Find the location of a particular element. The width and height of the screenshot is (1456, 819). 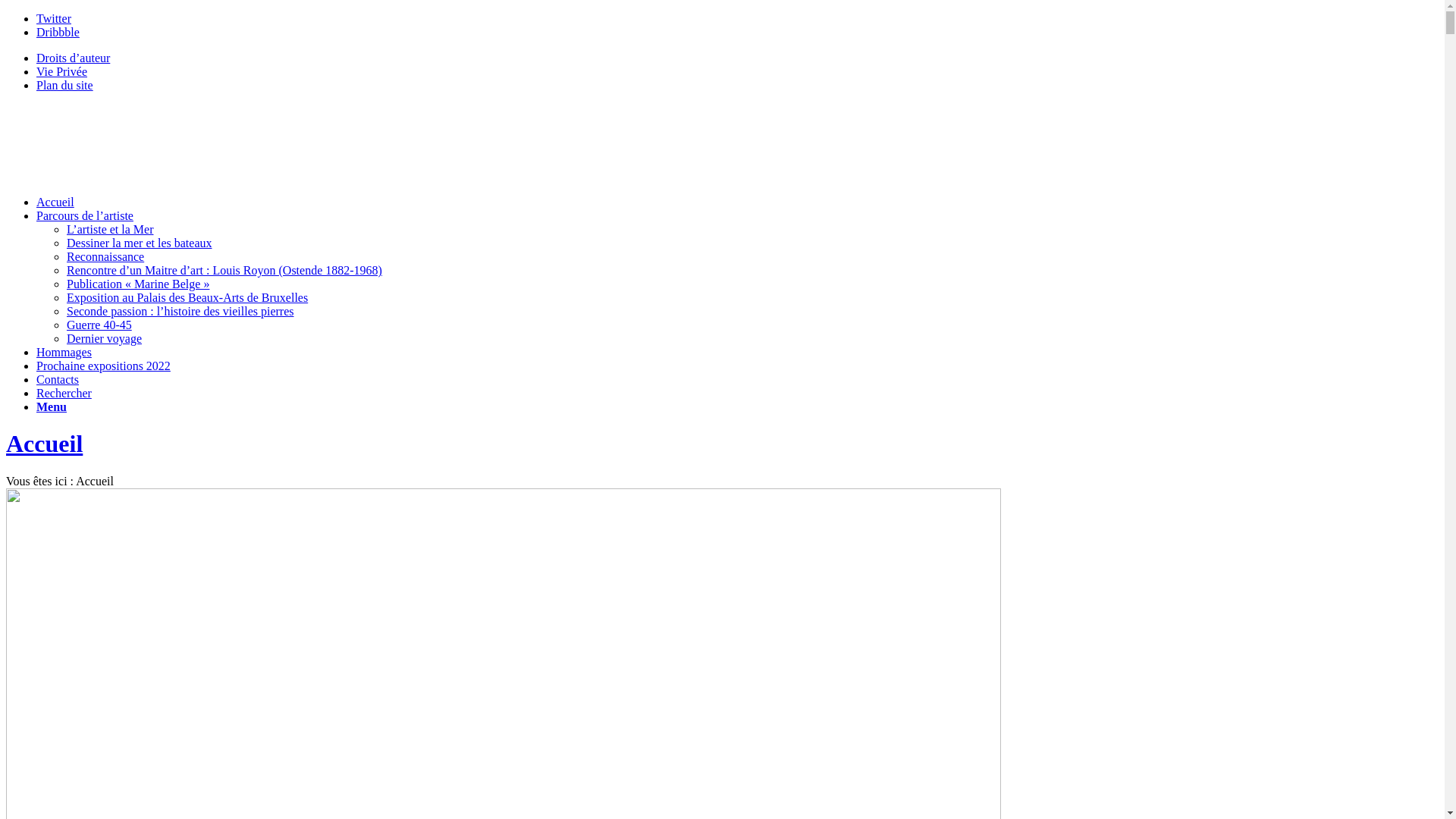

'Hommages' is located at coordinates (36, 352).